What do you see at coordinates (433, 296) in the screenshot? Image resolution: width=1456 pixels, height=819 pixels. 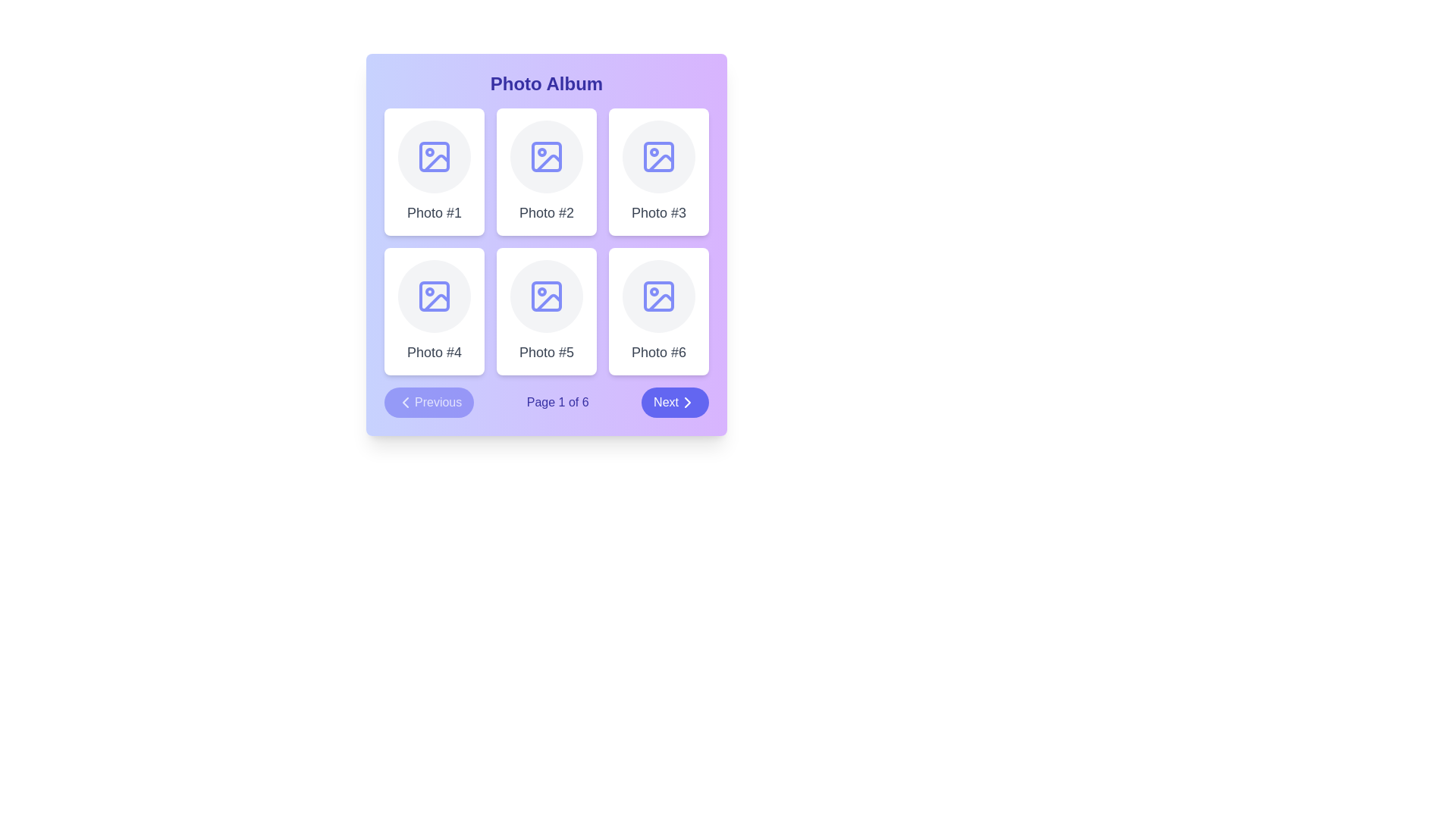 I see `the compact SVG icon representing a placeholder image located in the 'Photo #4' slot of the photo grid titled 'Photo Album'` at bounding box center [433, 296].